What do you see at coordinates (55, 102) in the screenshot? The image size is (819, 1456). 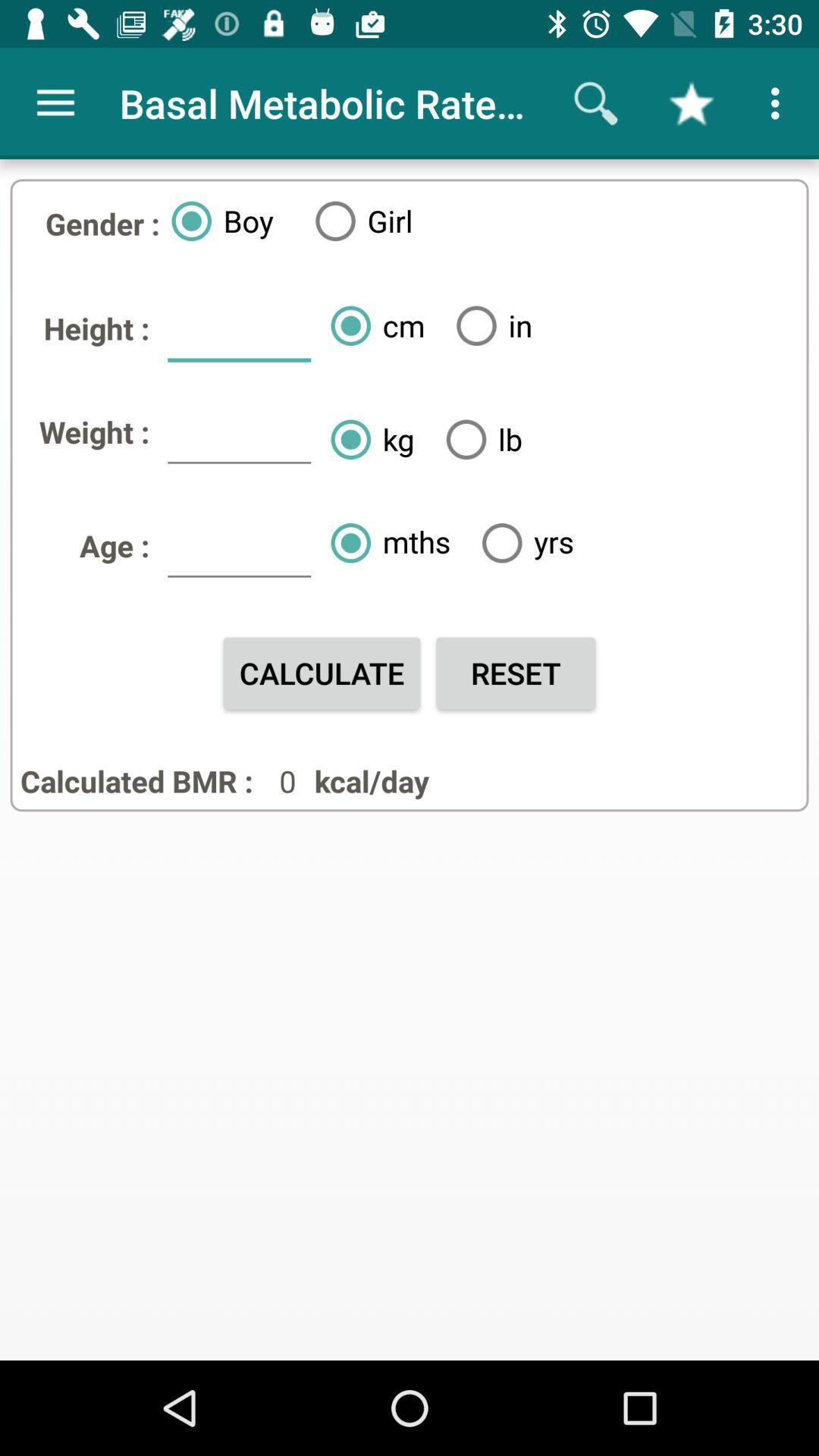 I see `icon above the gender : icon` at bounding box center [55, 102].